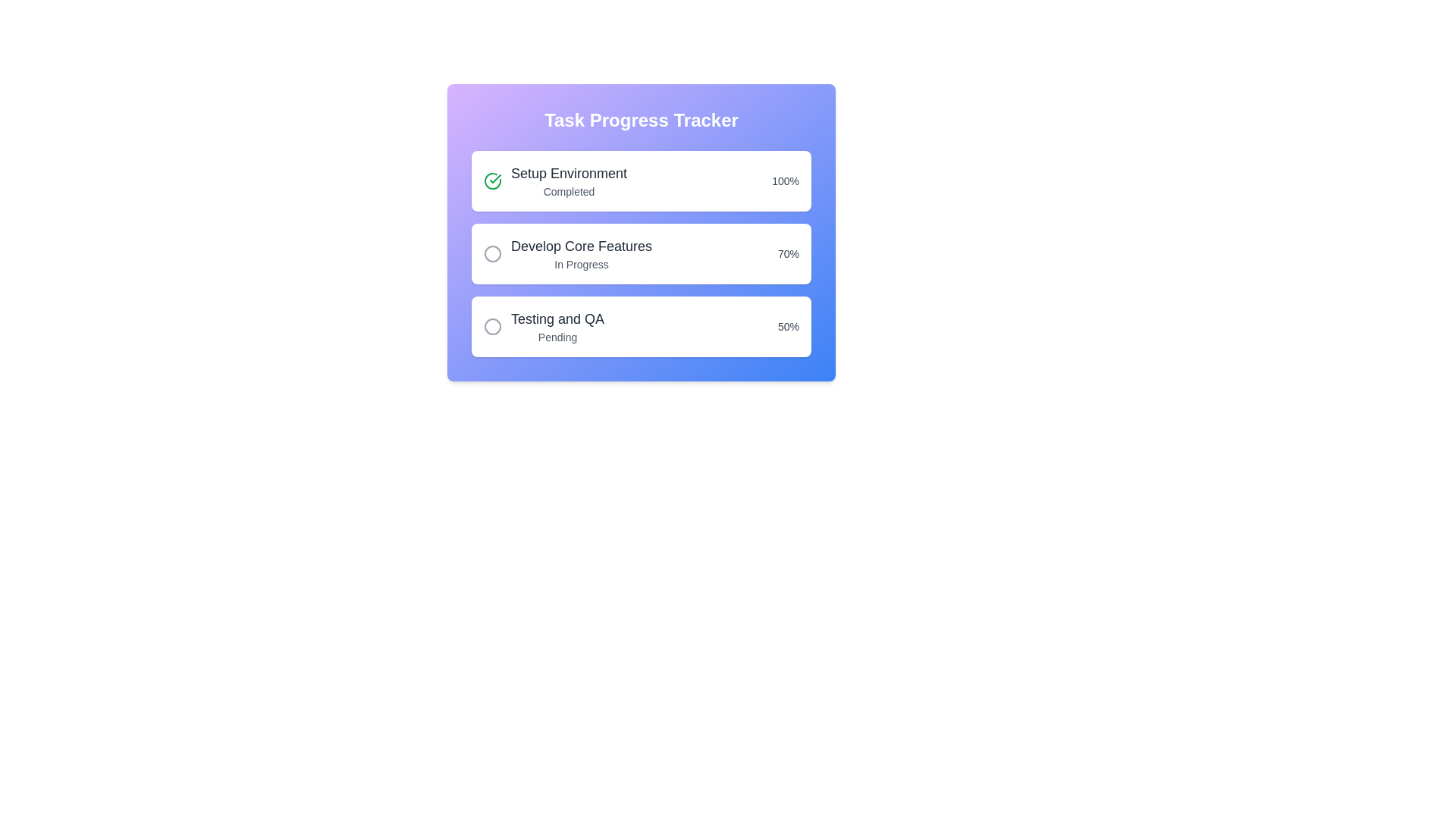 Image resolution: width=1456 pixels, height=819 pixels. Describe the element at coordinates (641, 180) in the screenshot. I see `task details from the Progress Status Card indicating the completion of the 'Setup Environment' task, which is the first item in the vertical list of progress cards` at that location.